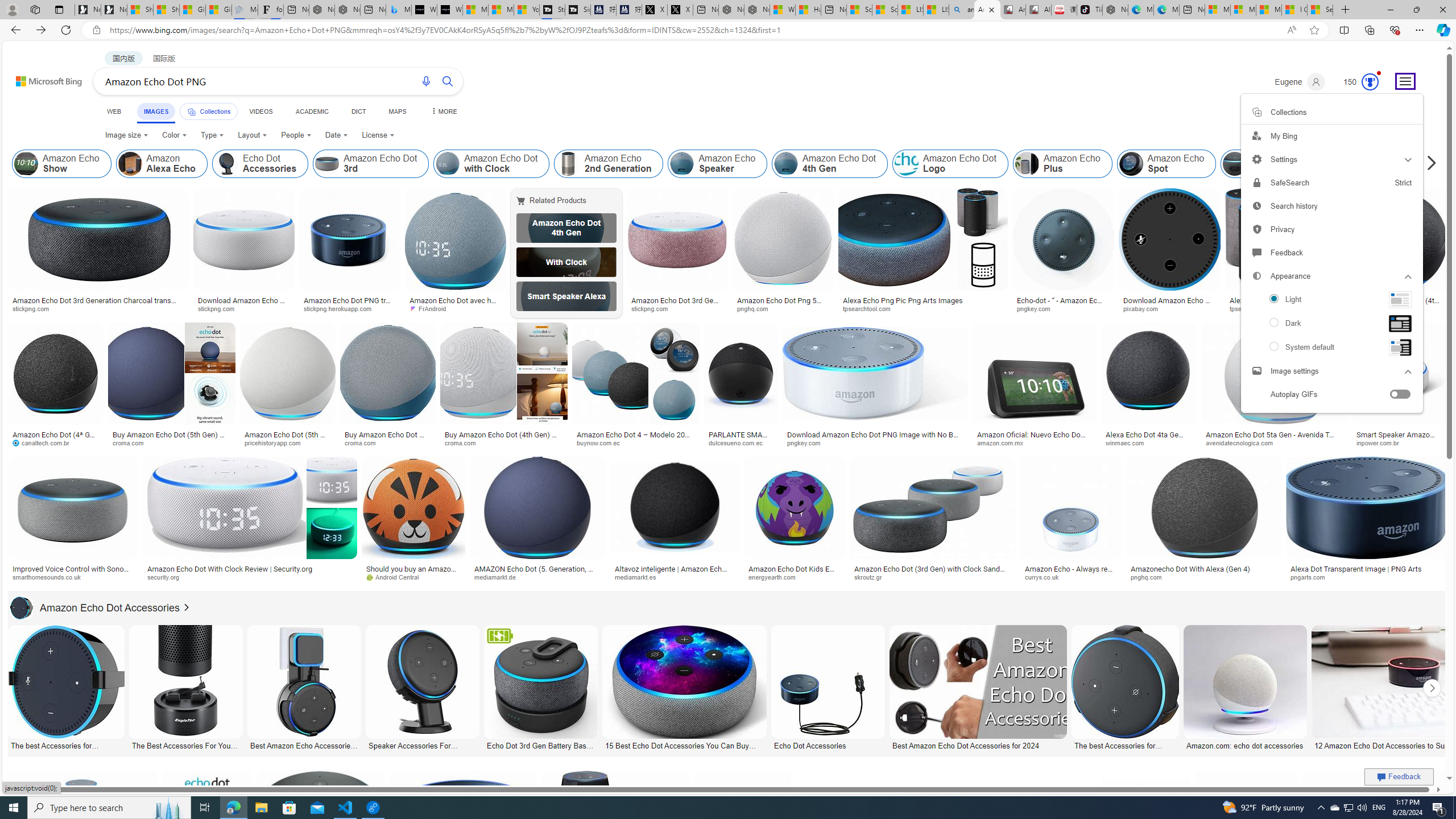 This screenshot has height=819, width=1456. I want to click on 'Image settings Image settings', so click(1331, 370).